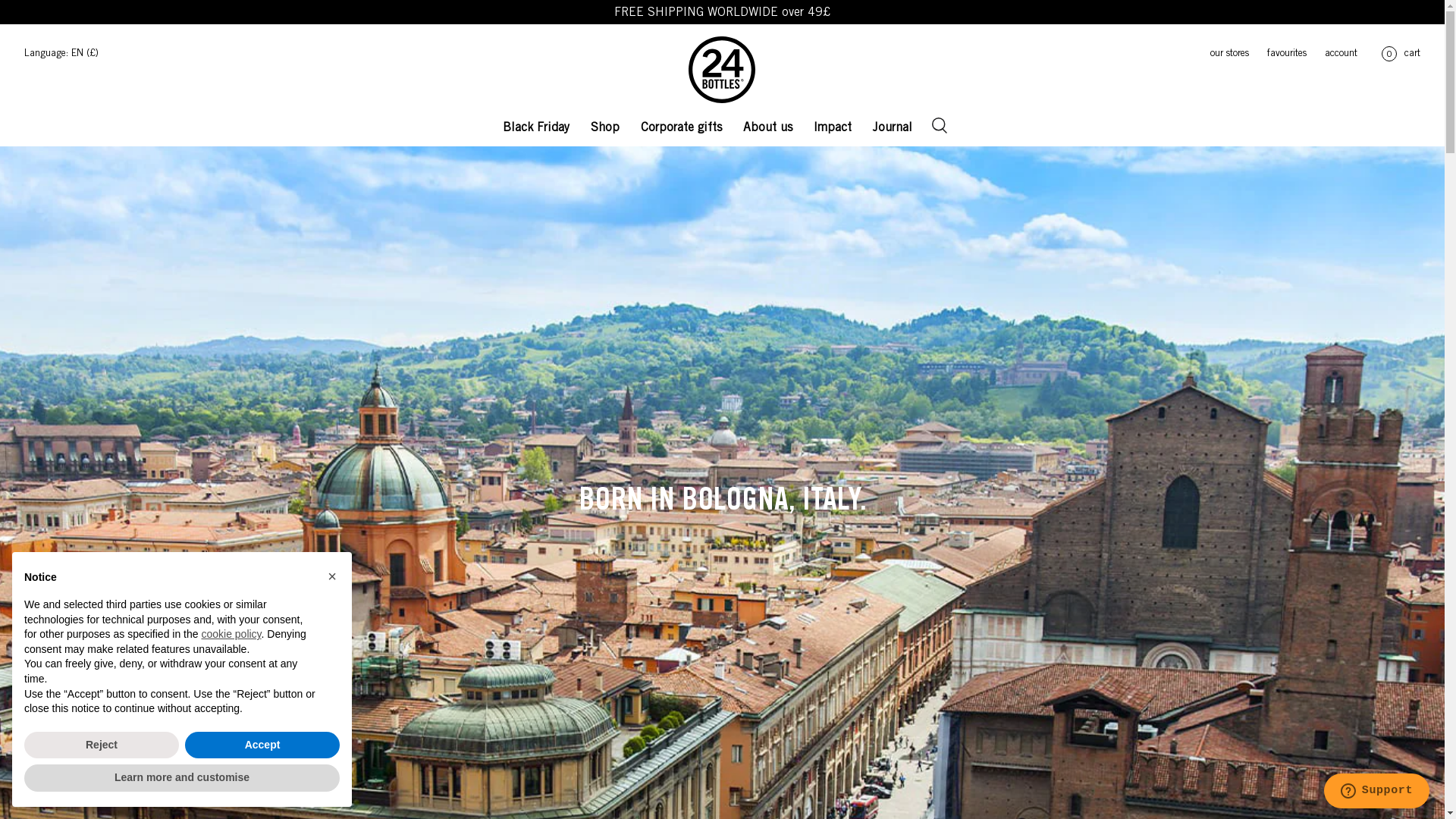 This screenshot has height=819, width=1456. Describe the element at coordinates (870, 124) in the screenshot. I see `'Journal'` at that location.